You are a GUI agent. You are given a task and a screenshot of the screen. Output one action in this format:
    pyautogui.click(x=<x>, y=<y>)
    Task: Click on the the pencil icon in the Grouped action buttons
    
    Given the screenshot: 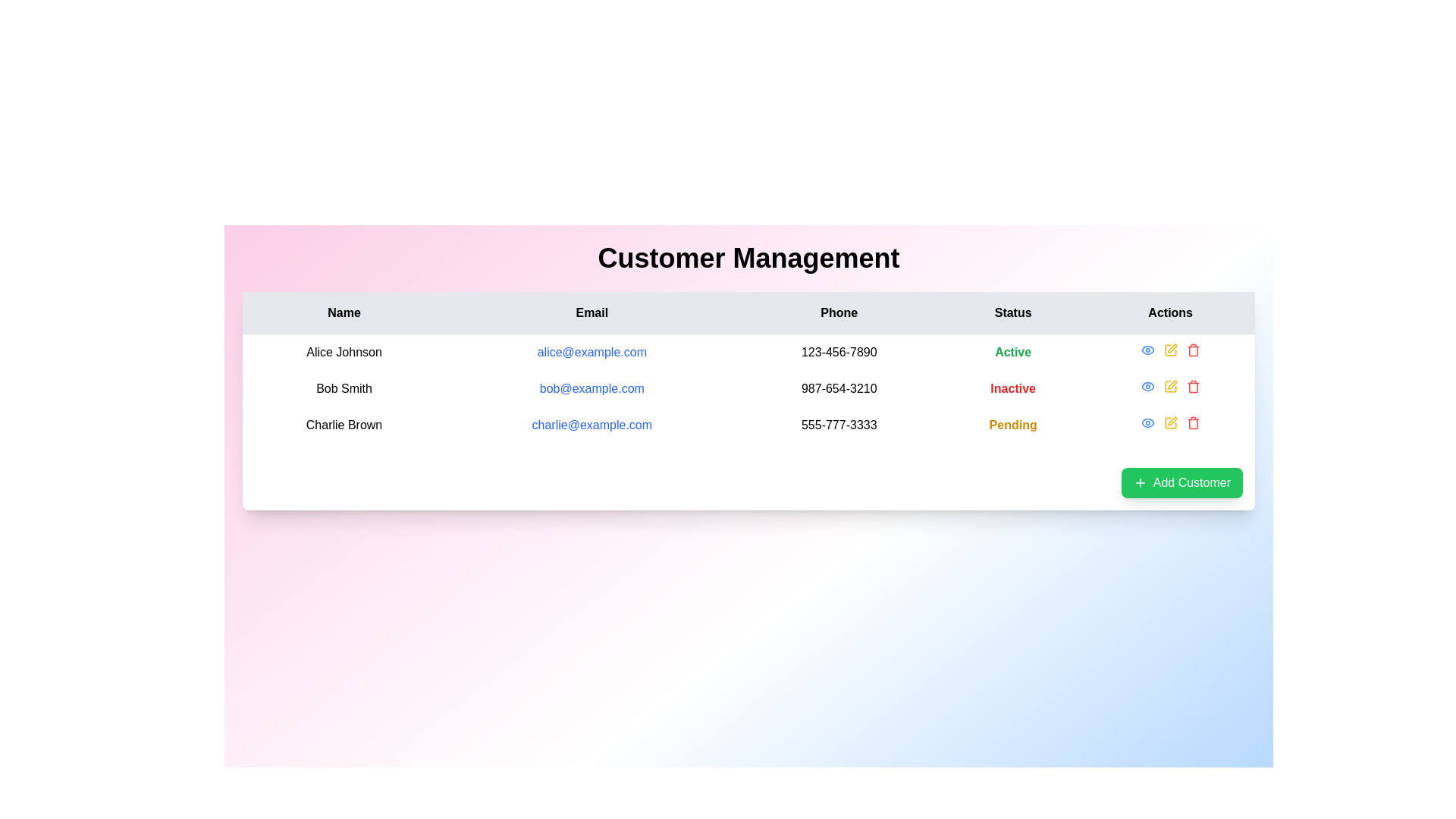 What is the action you would take?
    pyautogui.click(x=1169, y=385)
    